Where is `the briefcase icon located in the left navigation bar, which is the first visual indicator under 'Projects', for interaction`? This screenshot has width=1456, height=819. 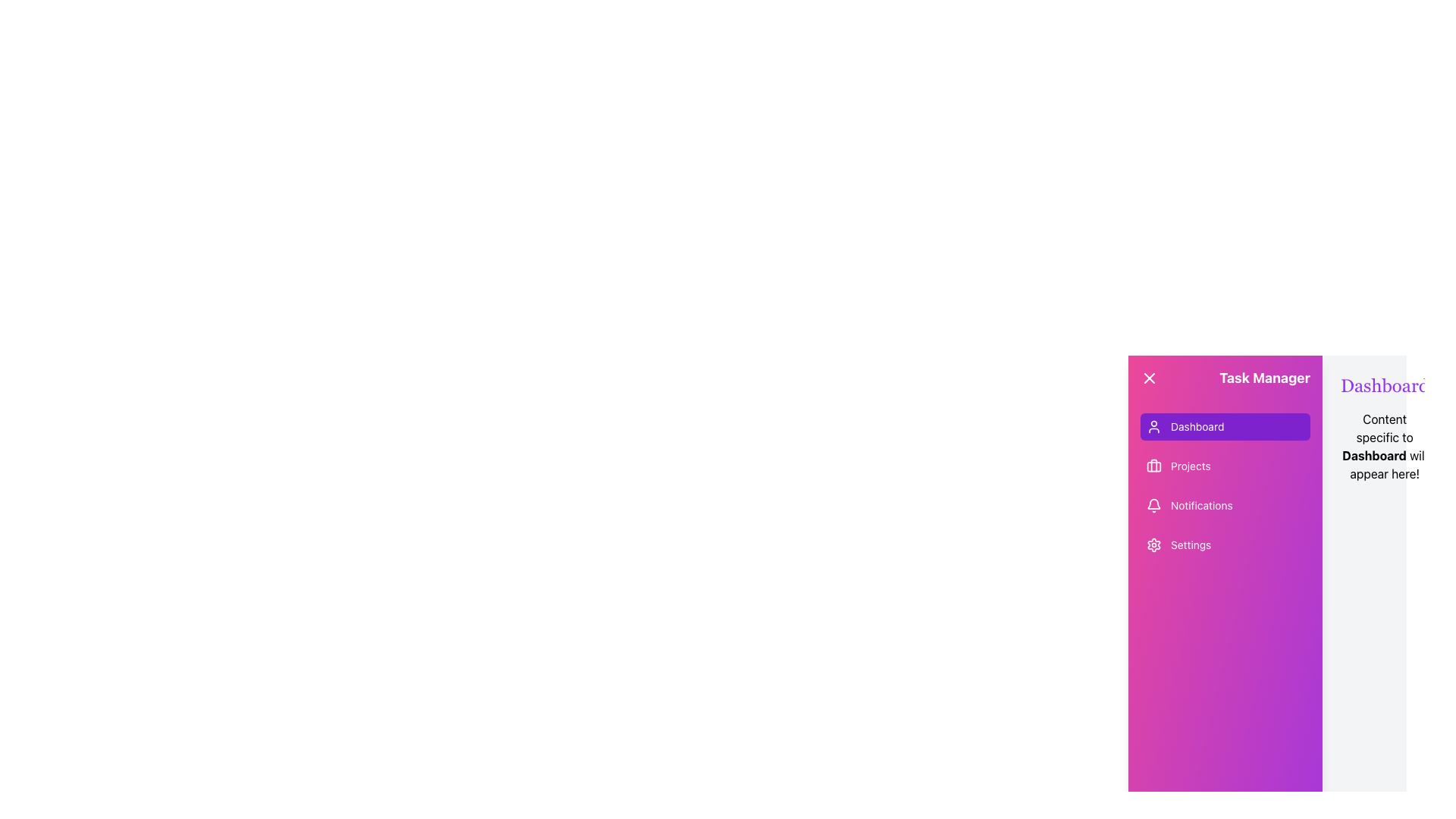 the briefcase icon located in the left navigation bar, which is the first visual indicator under 'Projects', for interaction is located at coordinates (1153, 465).